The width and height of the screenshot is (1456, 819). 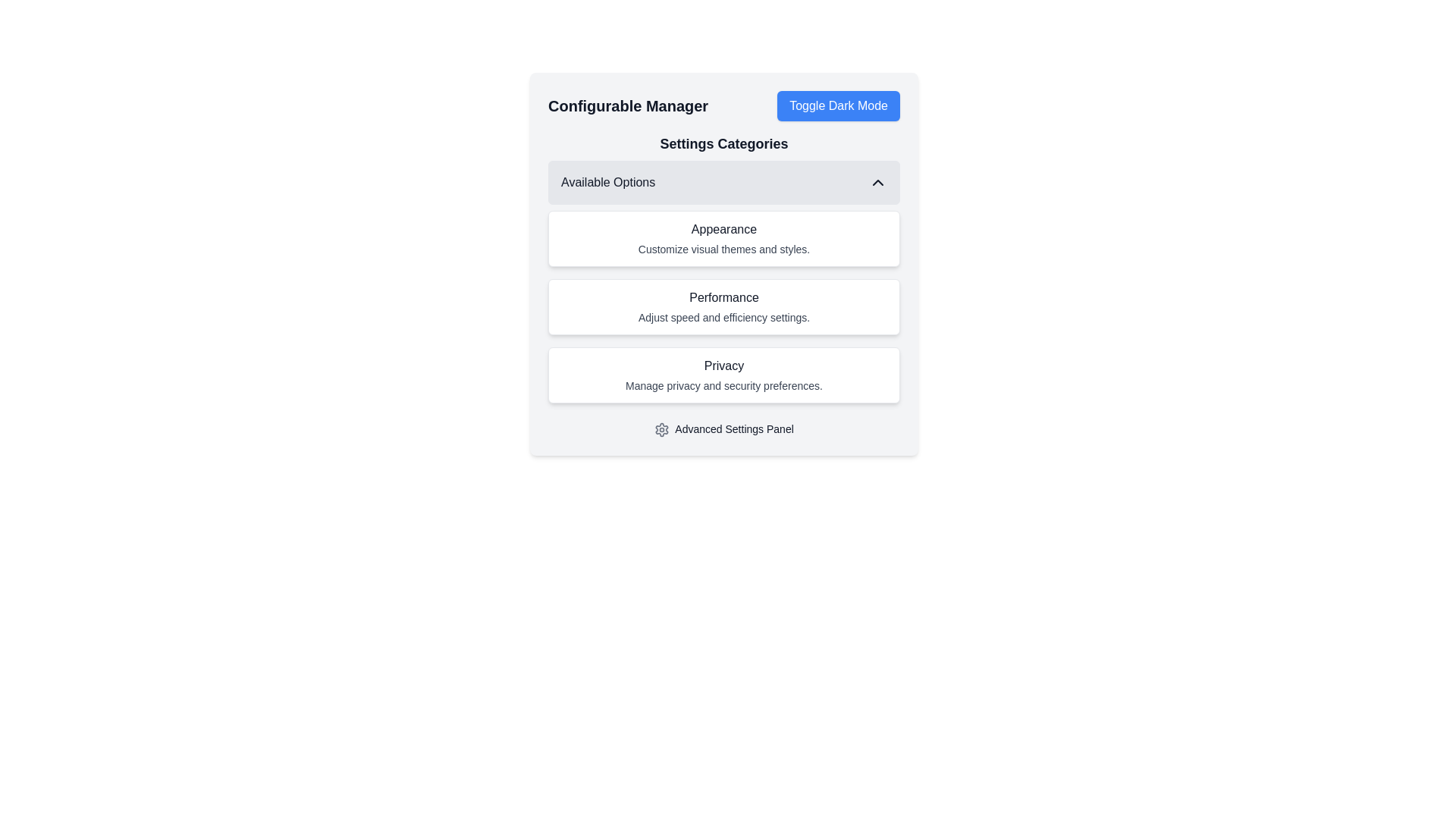 I want to click on the blue rectangular button with rounded corners labeled 'Toggle Dark Mode' located at the top-right corner of the Configurable Manager section, so click(x=838, y=105).